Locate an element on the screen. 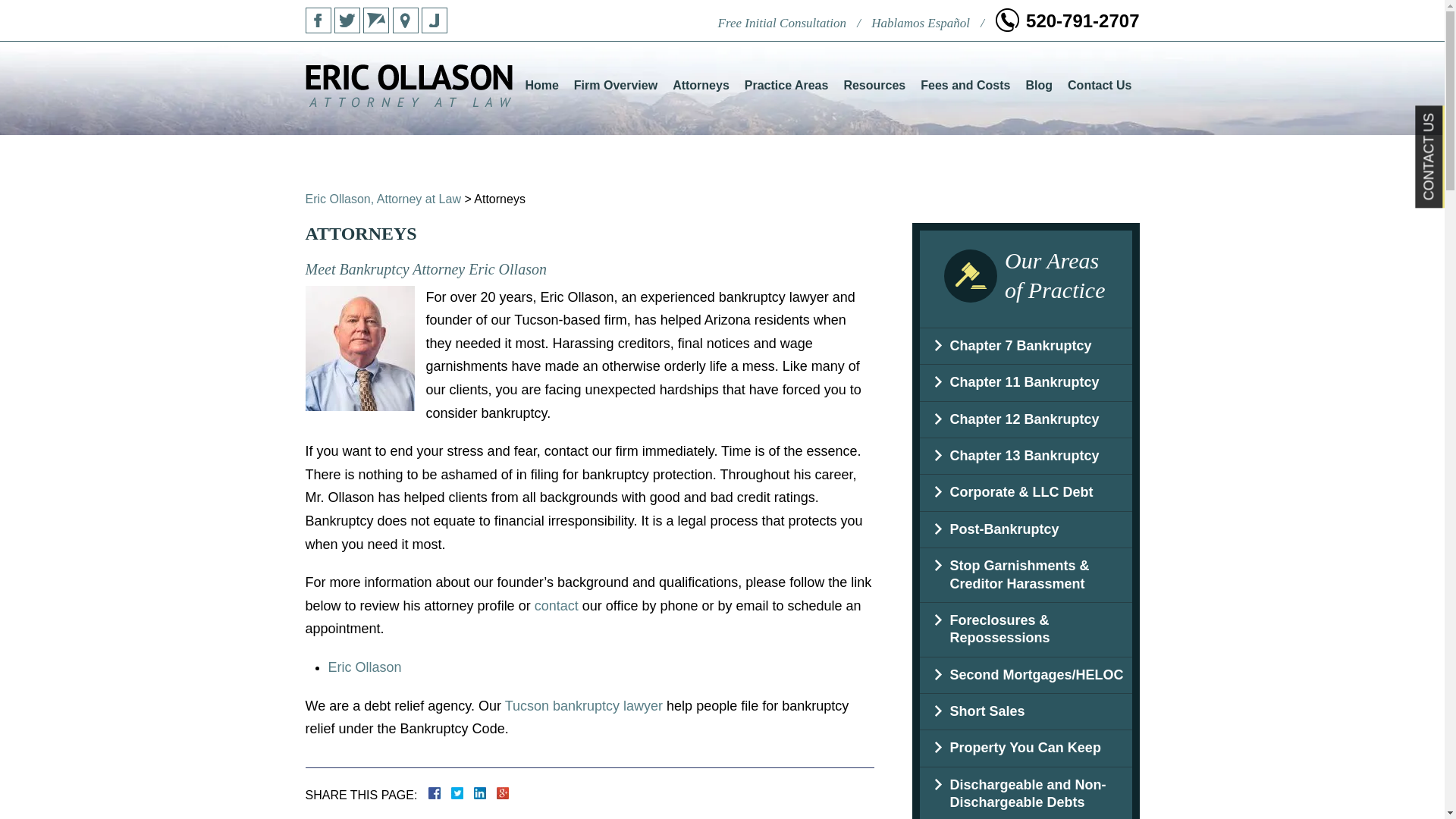  'Blog' is located at coordinates (1037, 85).